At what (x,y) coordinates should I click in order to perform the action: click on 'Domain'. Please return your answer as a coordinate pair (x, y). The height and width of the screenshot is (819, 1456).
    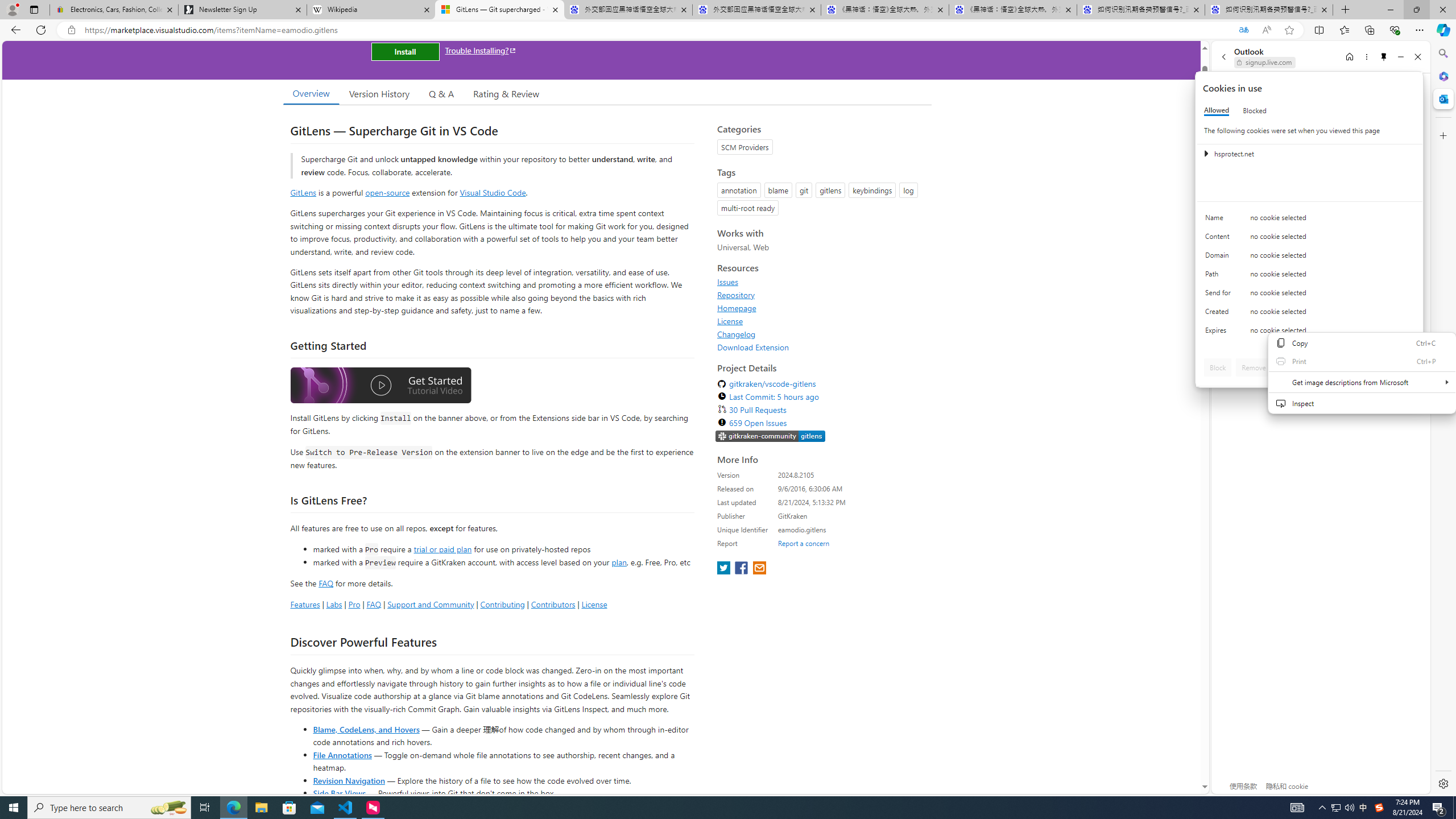
    Looking at the image, I should click on (1219, 257).